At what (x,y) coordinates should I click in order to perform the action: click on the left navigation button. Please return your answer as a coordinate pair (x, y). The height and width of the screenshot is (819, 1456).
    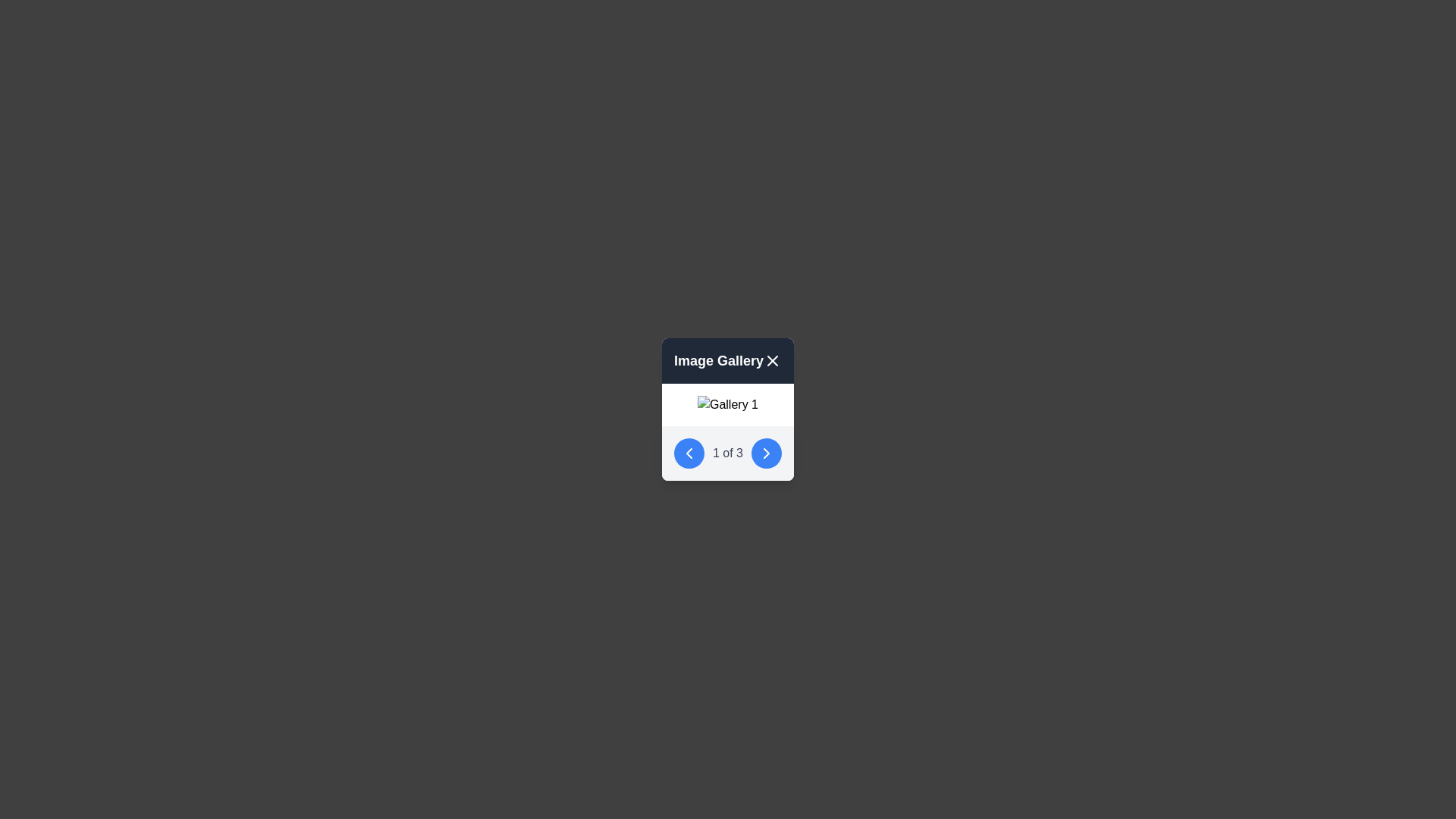
    Looking at the image, I should click on (688, 452).